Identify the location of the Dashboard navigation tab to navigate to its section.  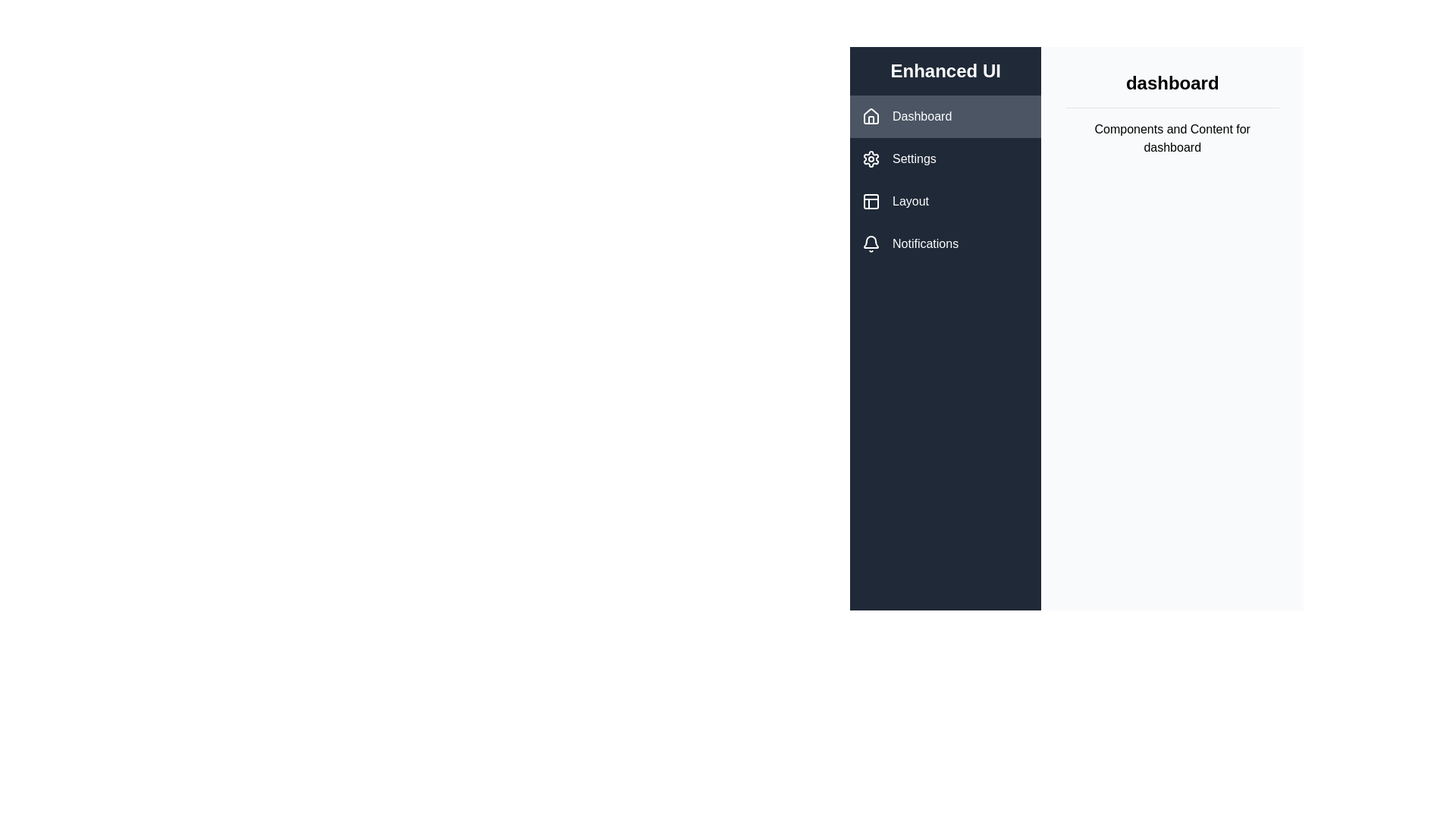
(945, 116).